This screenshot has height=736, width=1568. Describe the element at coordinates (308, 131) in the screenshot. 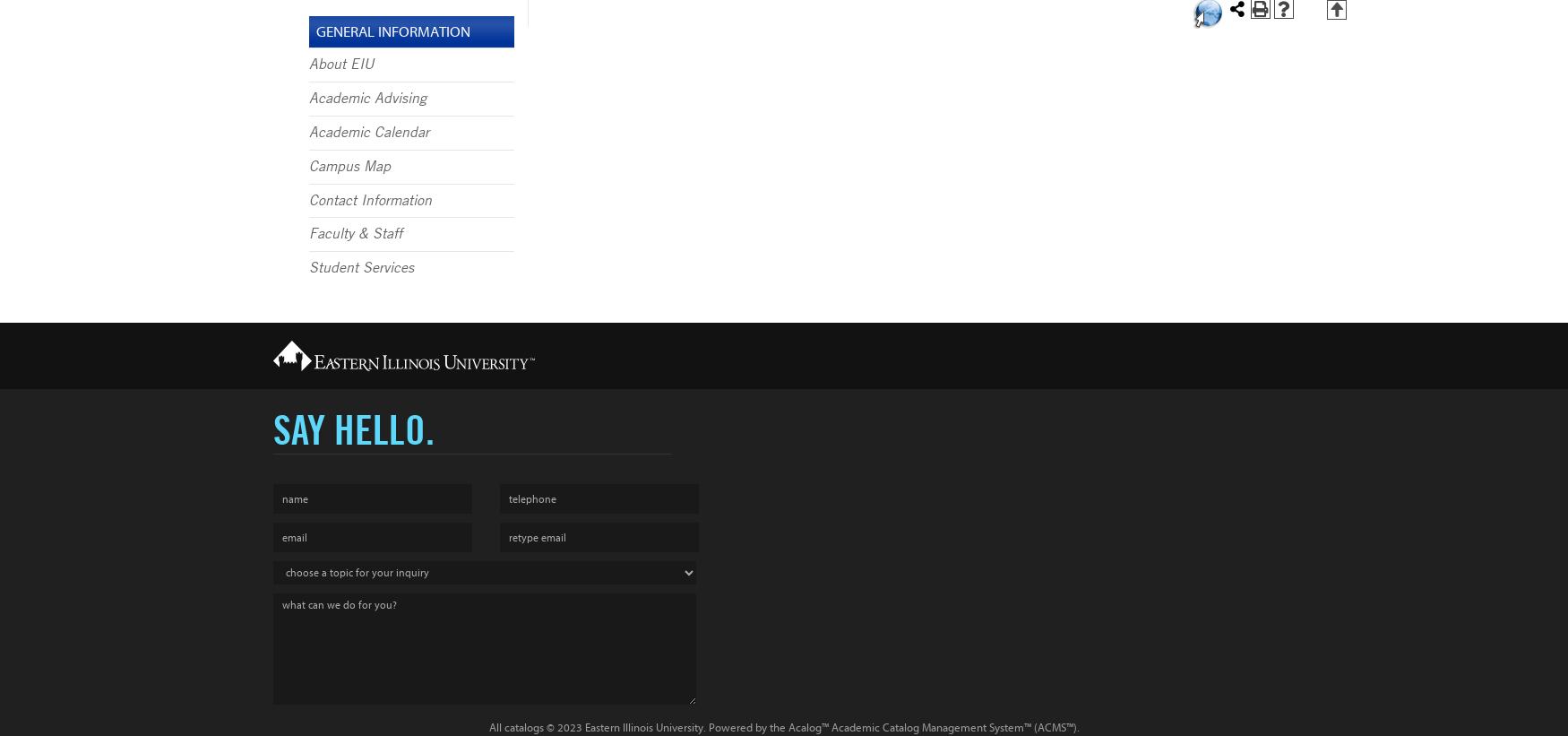

I see `'Academic Calendar'` at that location.